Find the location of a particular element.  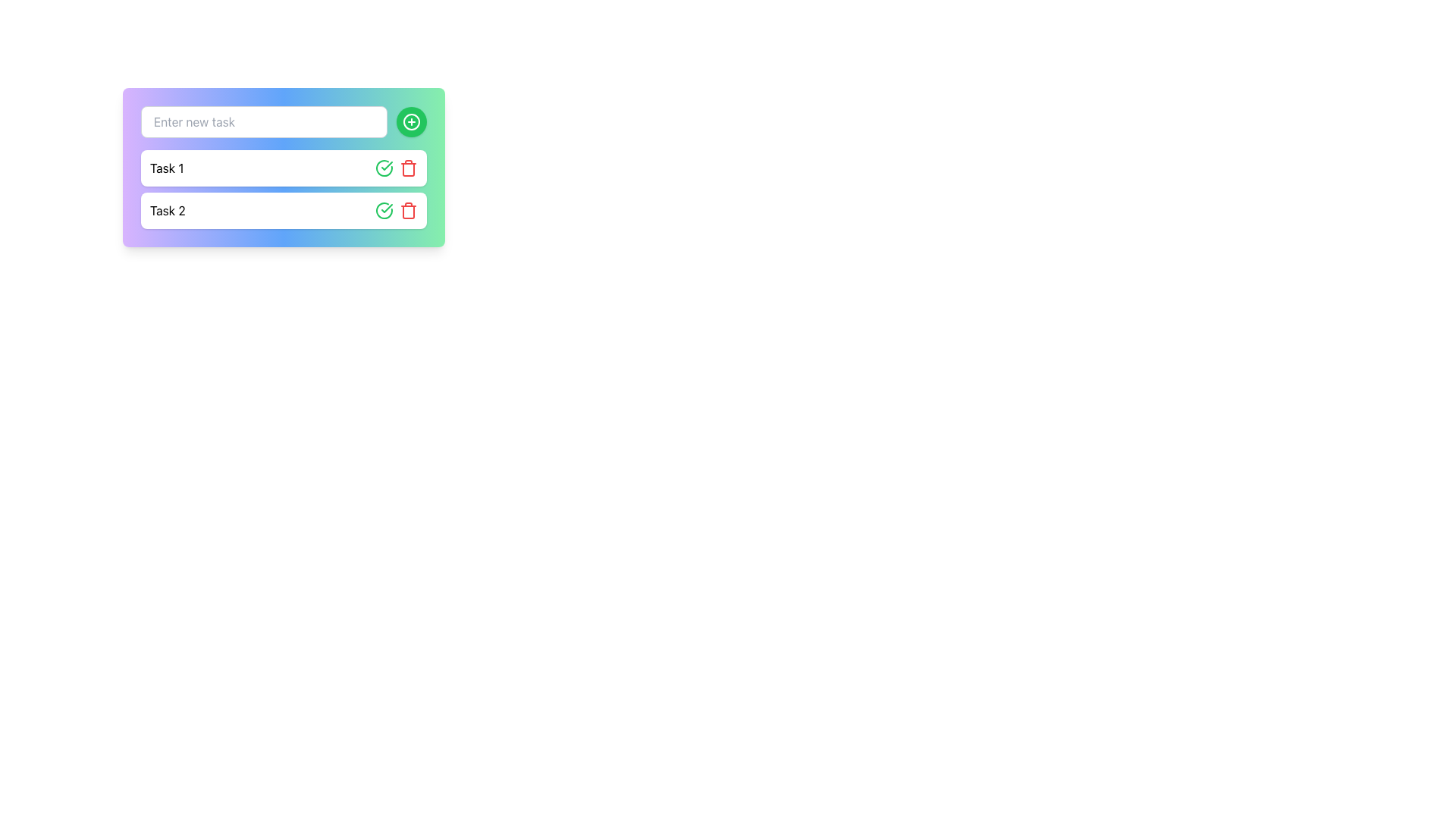

the first list item labeled 'Task 1' to trigger hover effects is located at coordinates (284, 168).